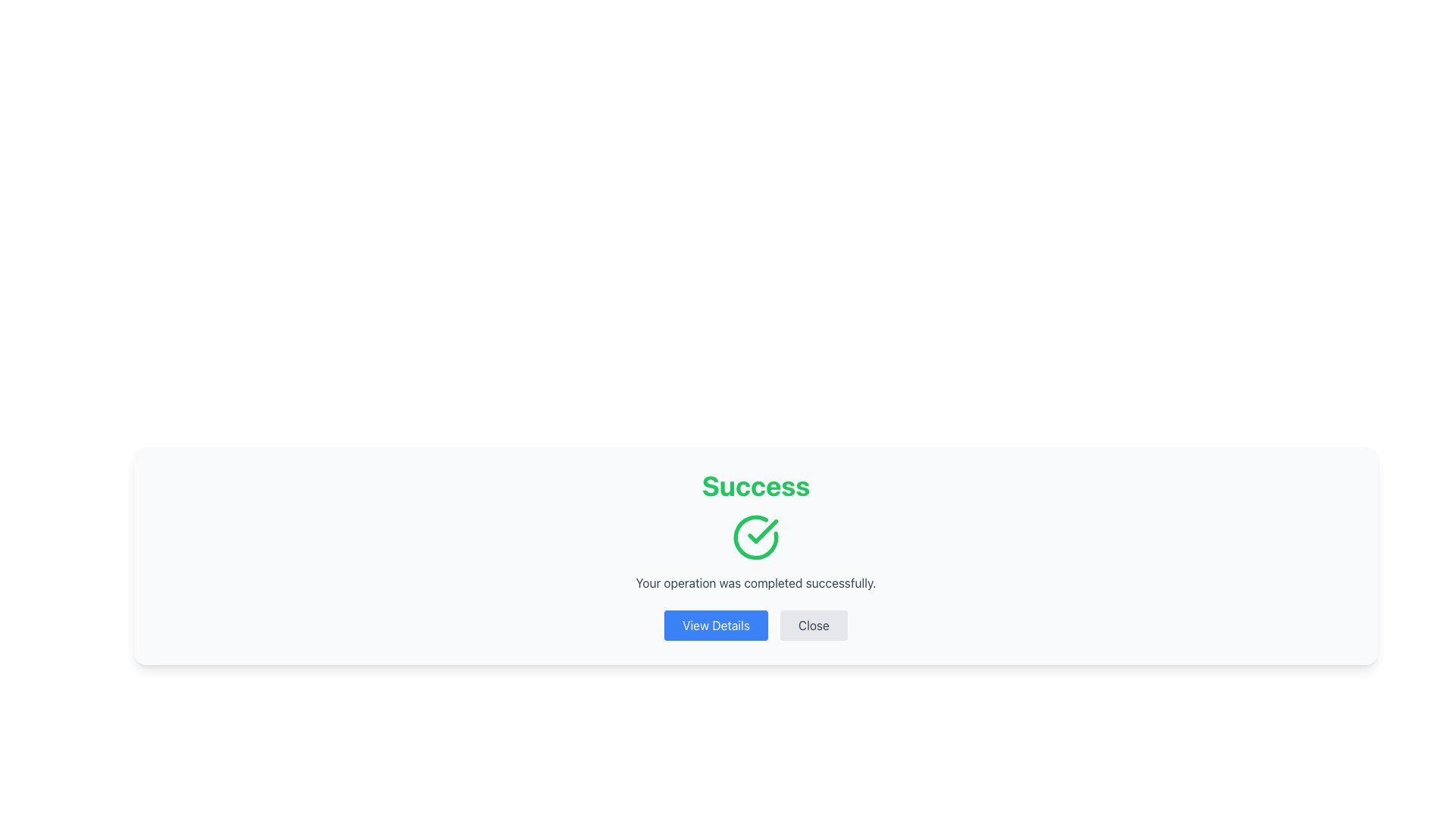 This screenshot has width=1456, height=819. Describe the element at coordinates (756, 537) in the screenshot. I see `the green circular icon with a checkmark indicating success, which is positioned below the 'Success' text and above the message stating 'Your operation was completed successfully.'` at that location.